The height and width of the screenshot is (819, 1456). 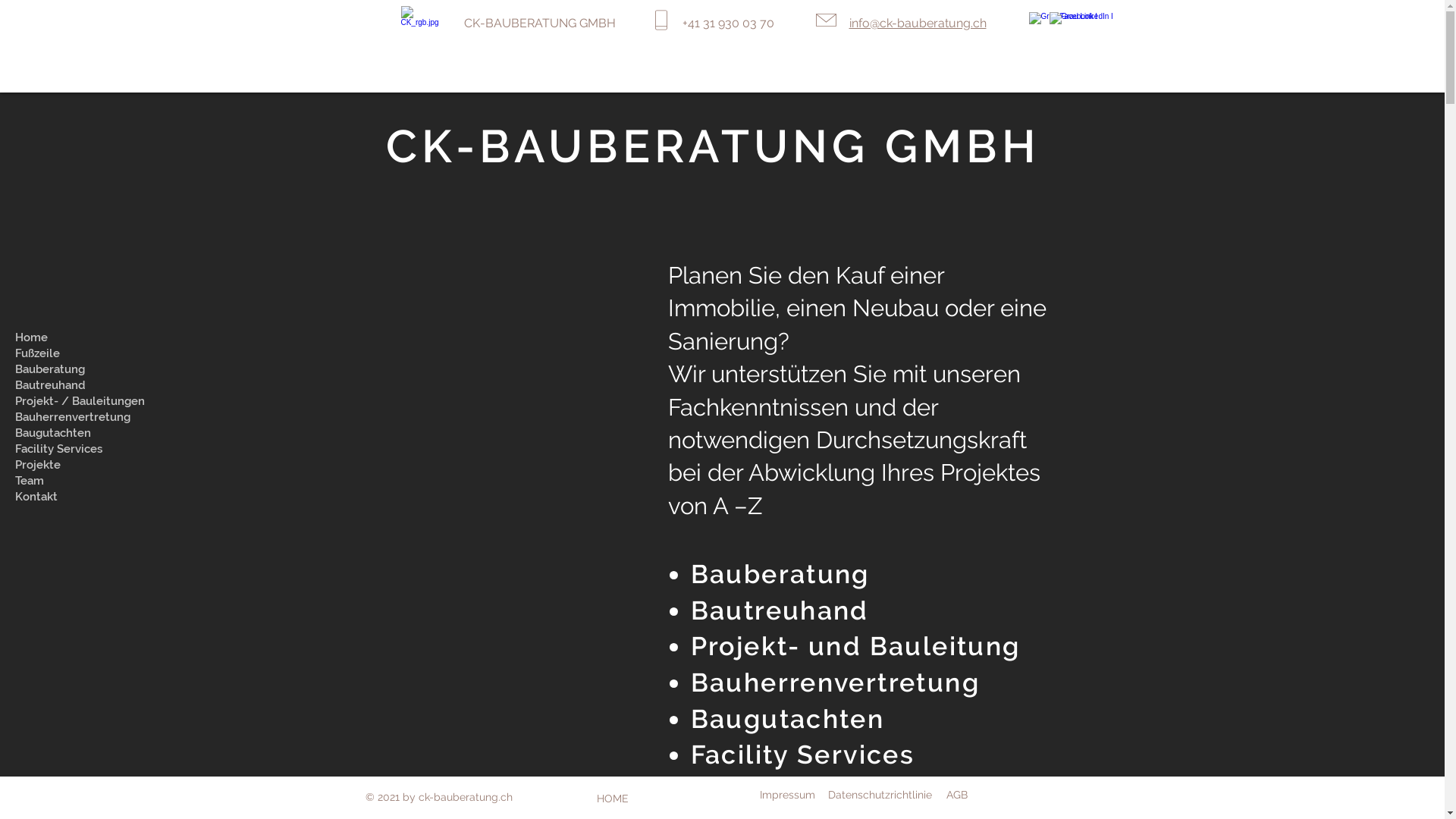 What do you see at coordinates (787, 794) in the screenshot?
I see `'Impressum'` at bounding box center [787, 794].